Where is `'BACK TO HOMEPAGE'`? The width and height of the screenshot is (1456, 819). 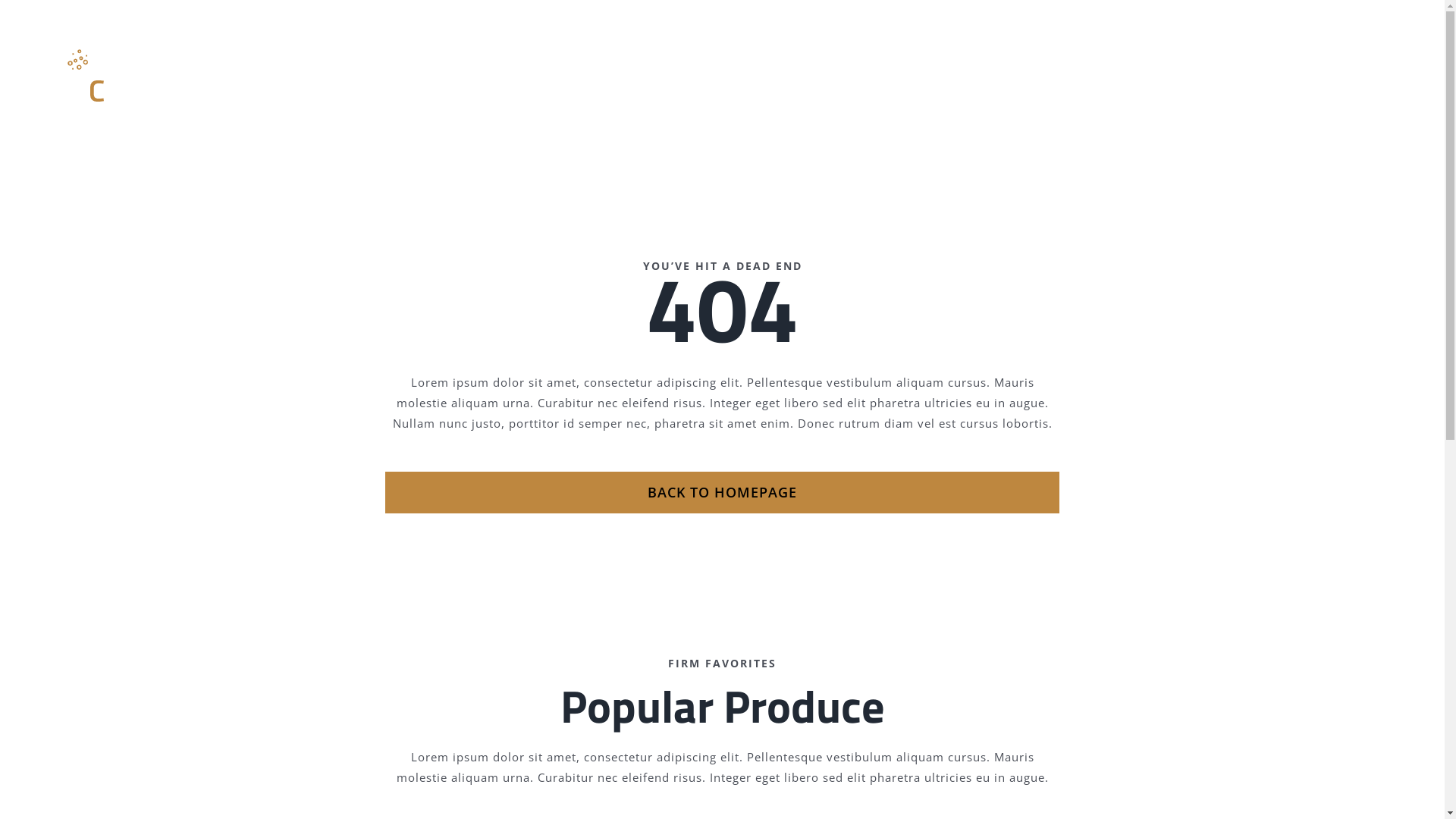 'BACK TO HOMEPAGE' is located at coordinates (720, 492).